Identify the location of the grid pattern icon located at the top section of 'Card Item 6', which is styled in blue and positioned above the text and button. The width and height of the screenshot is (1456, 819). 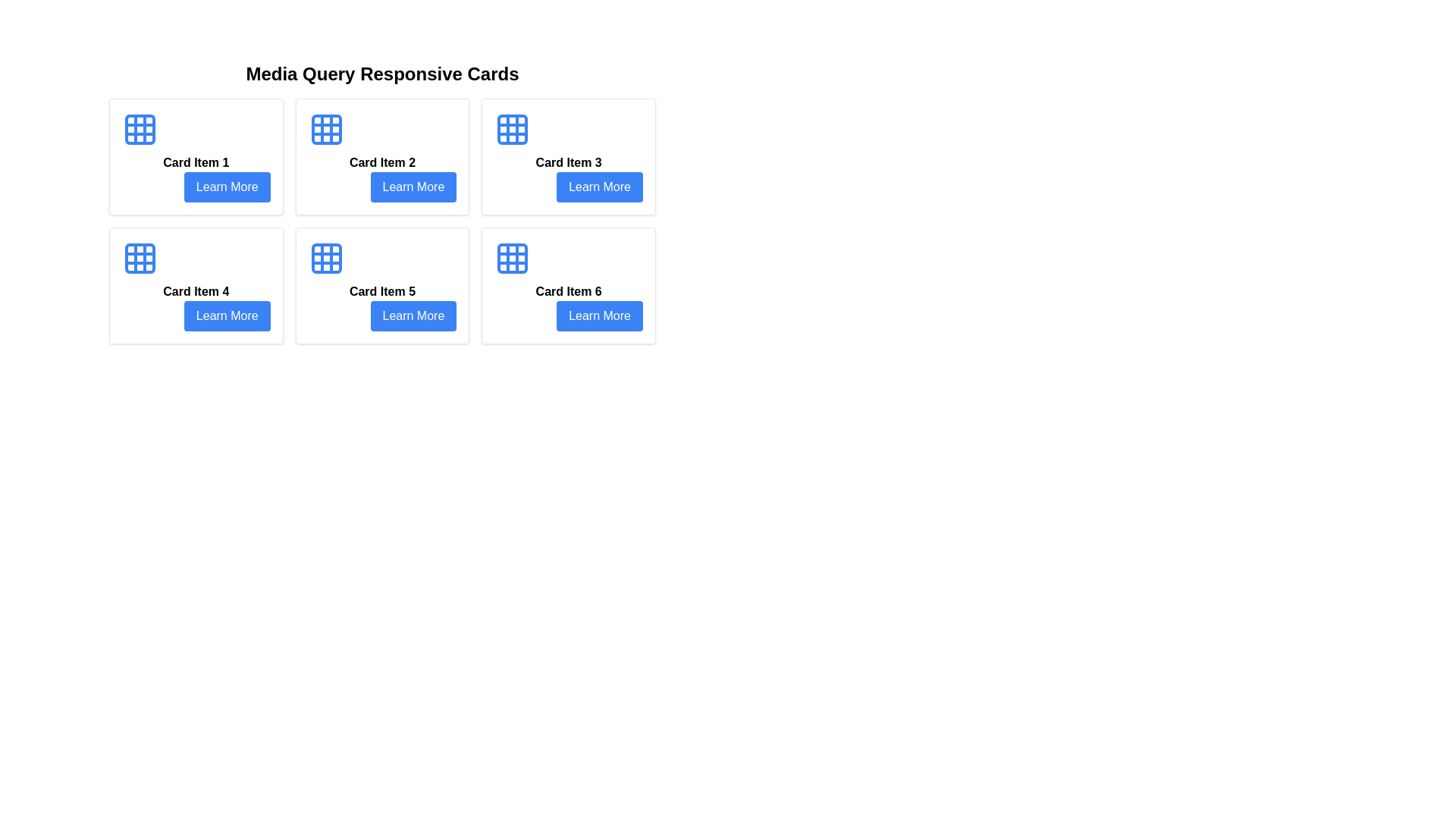
(513, 257).